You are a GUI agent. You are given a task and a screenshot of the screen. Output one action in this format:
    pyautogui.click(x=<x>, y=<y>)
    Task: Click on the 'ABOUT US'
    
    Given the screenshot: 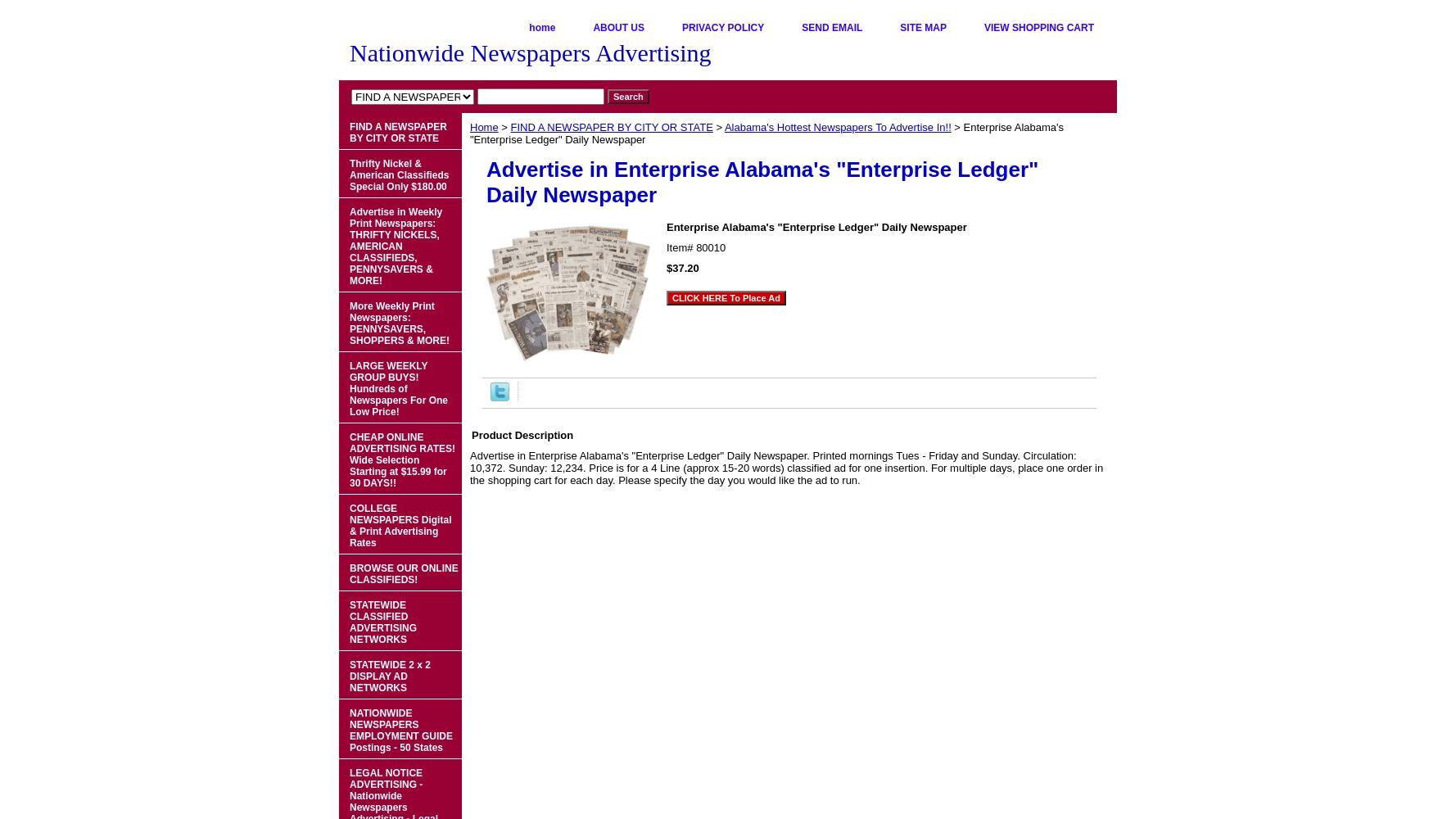 What is the action you would take?
    pyautogui.click(x=617, y=28)
    